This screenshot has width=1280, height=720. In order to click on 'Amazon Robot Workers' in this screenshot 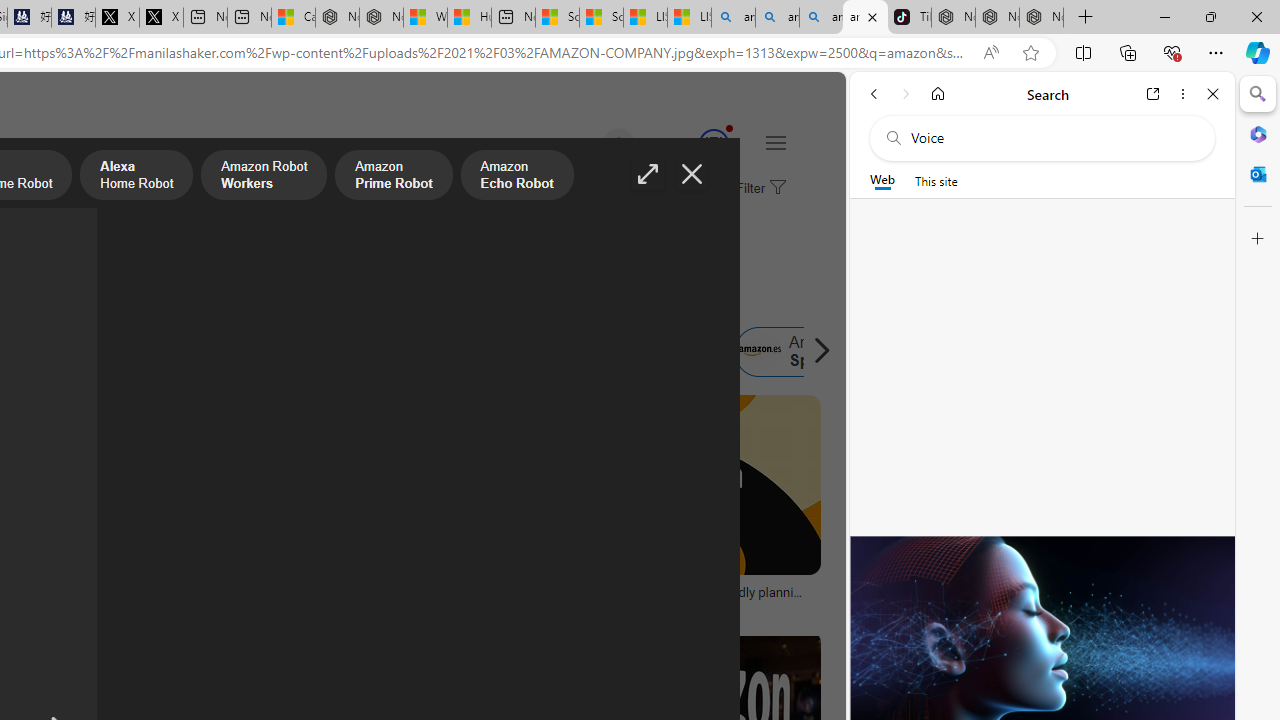, I will do `click(263, 176)`.